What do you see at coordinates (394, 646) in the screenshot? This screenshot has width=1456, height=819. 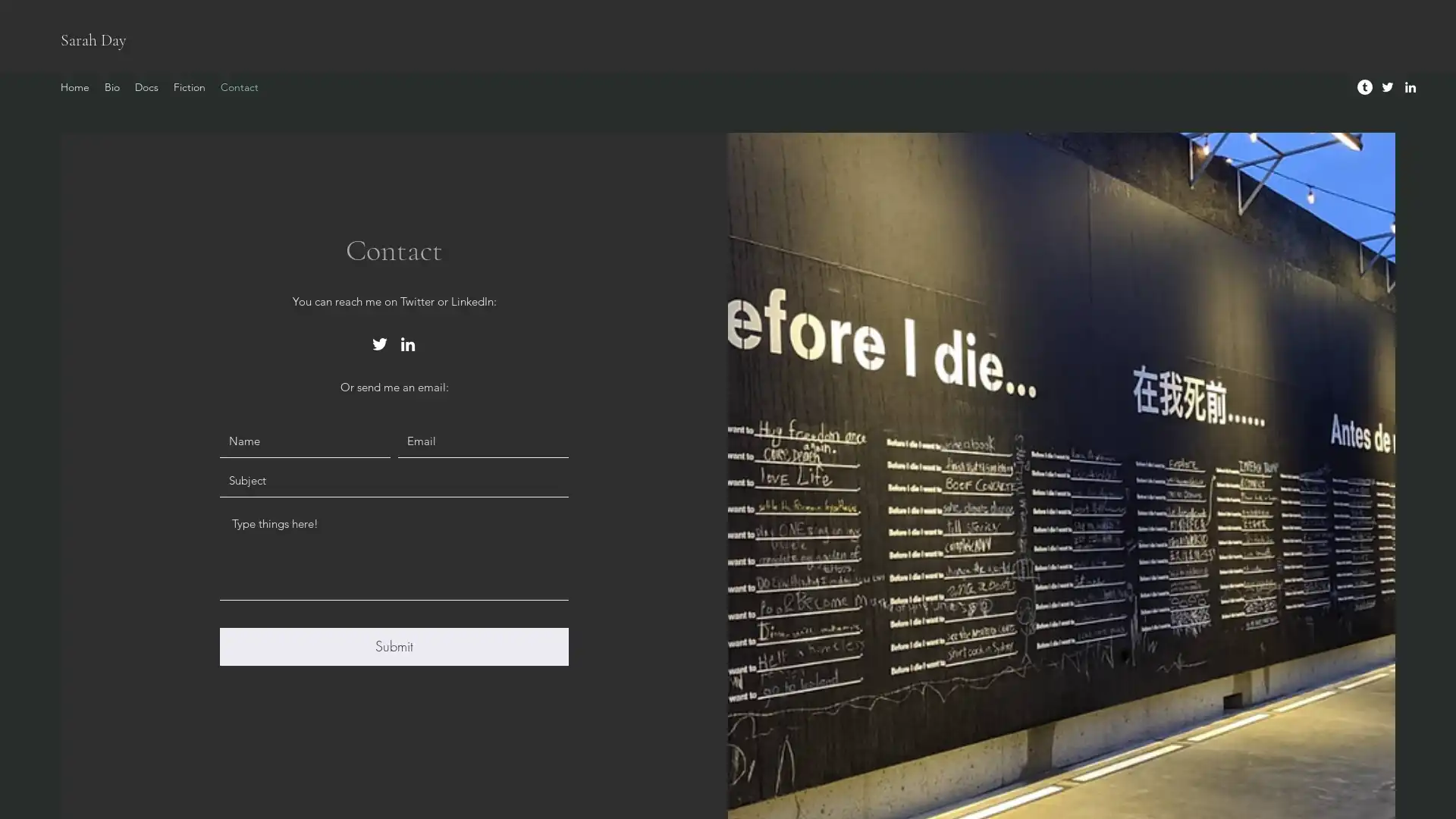 I see `Submit` at bounding box center [394, 646].